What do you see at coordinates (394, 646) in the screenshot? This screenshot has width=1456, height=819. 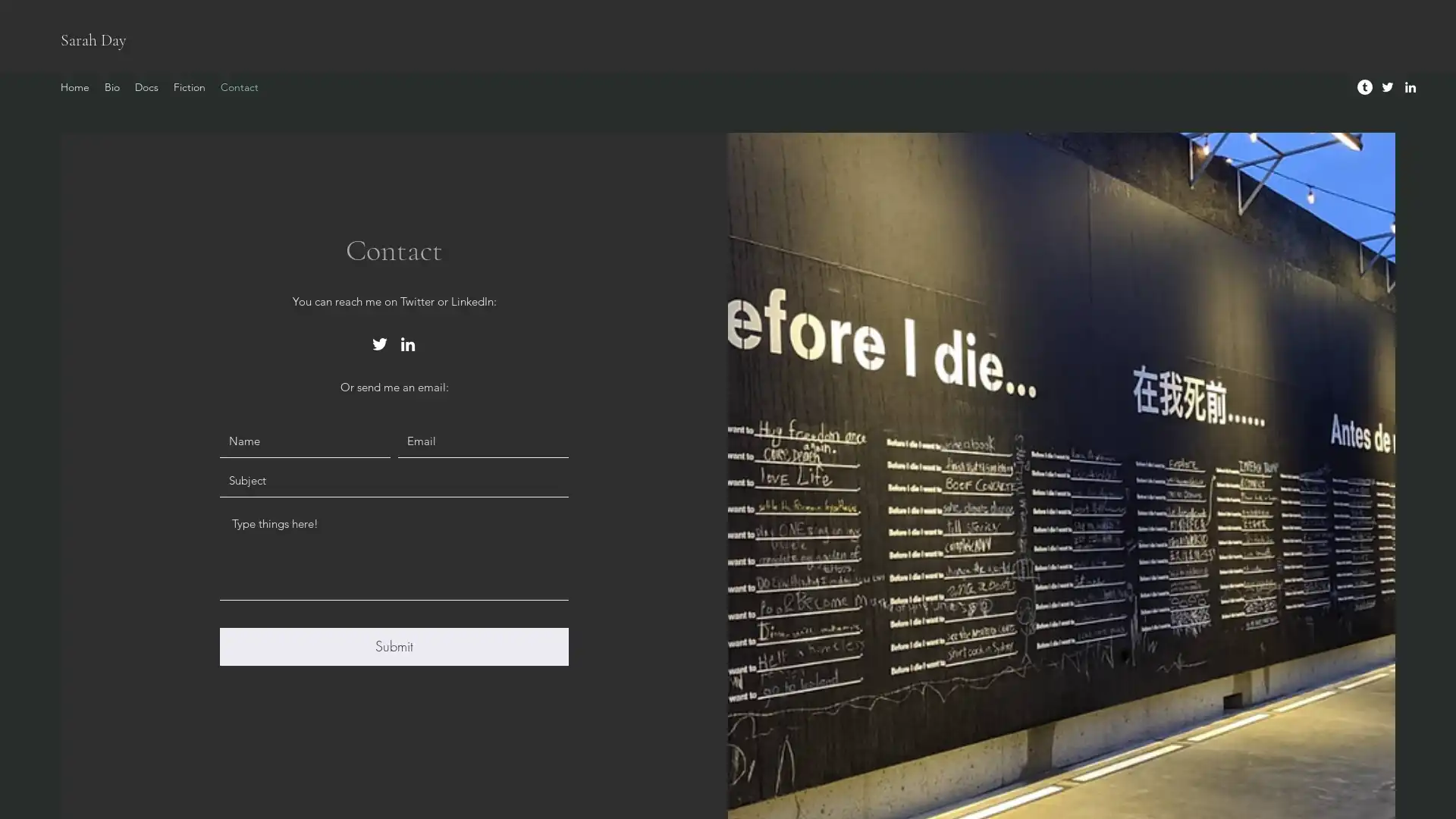 I see `Submit` at bounding box center [394, 646].